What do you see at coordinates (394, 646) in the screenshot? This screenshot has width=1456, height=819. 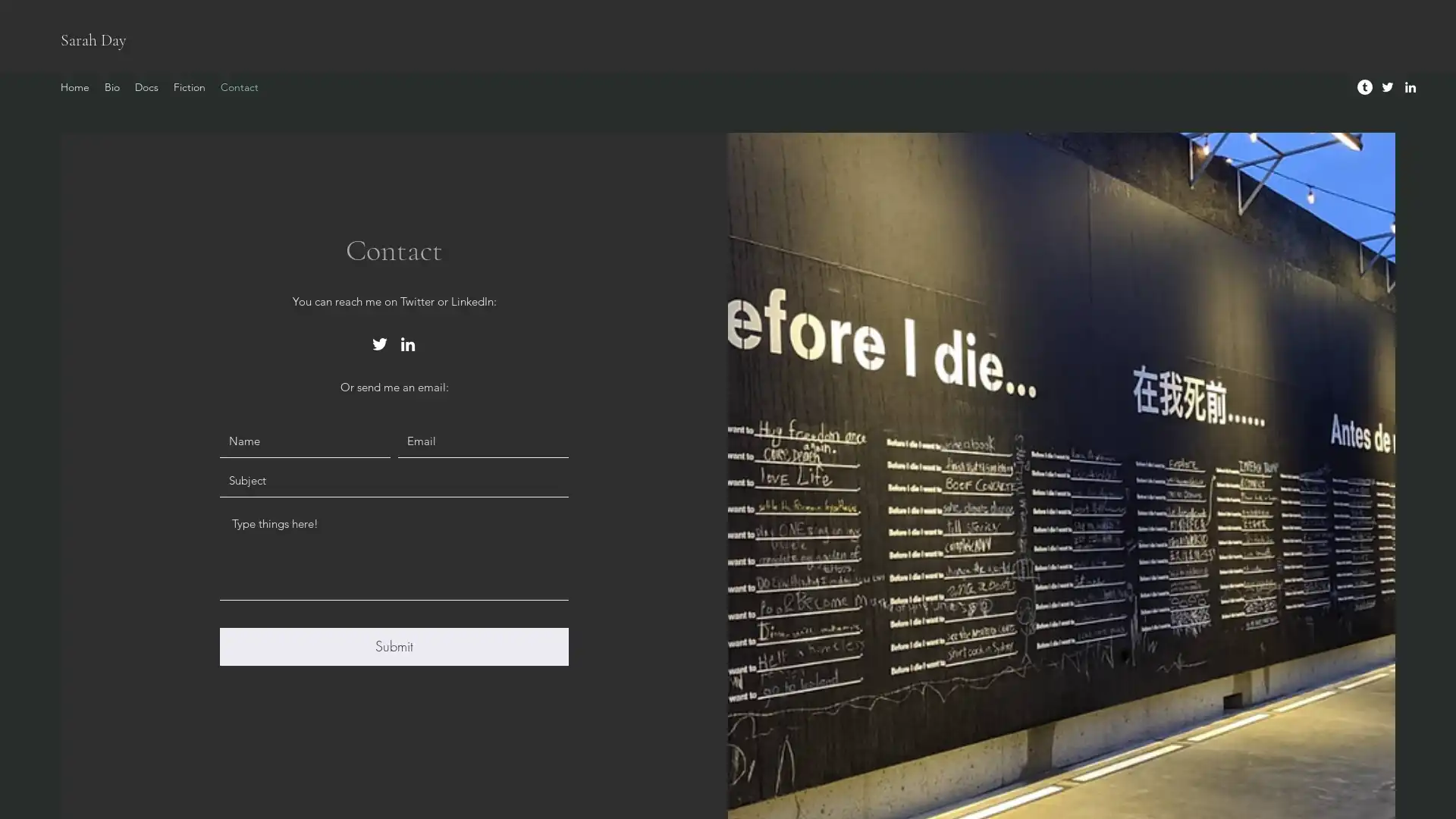 I see `Submit` at bounding box center [394, 646].